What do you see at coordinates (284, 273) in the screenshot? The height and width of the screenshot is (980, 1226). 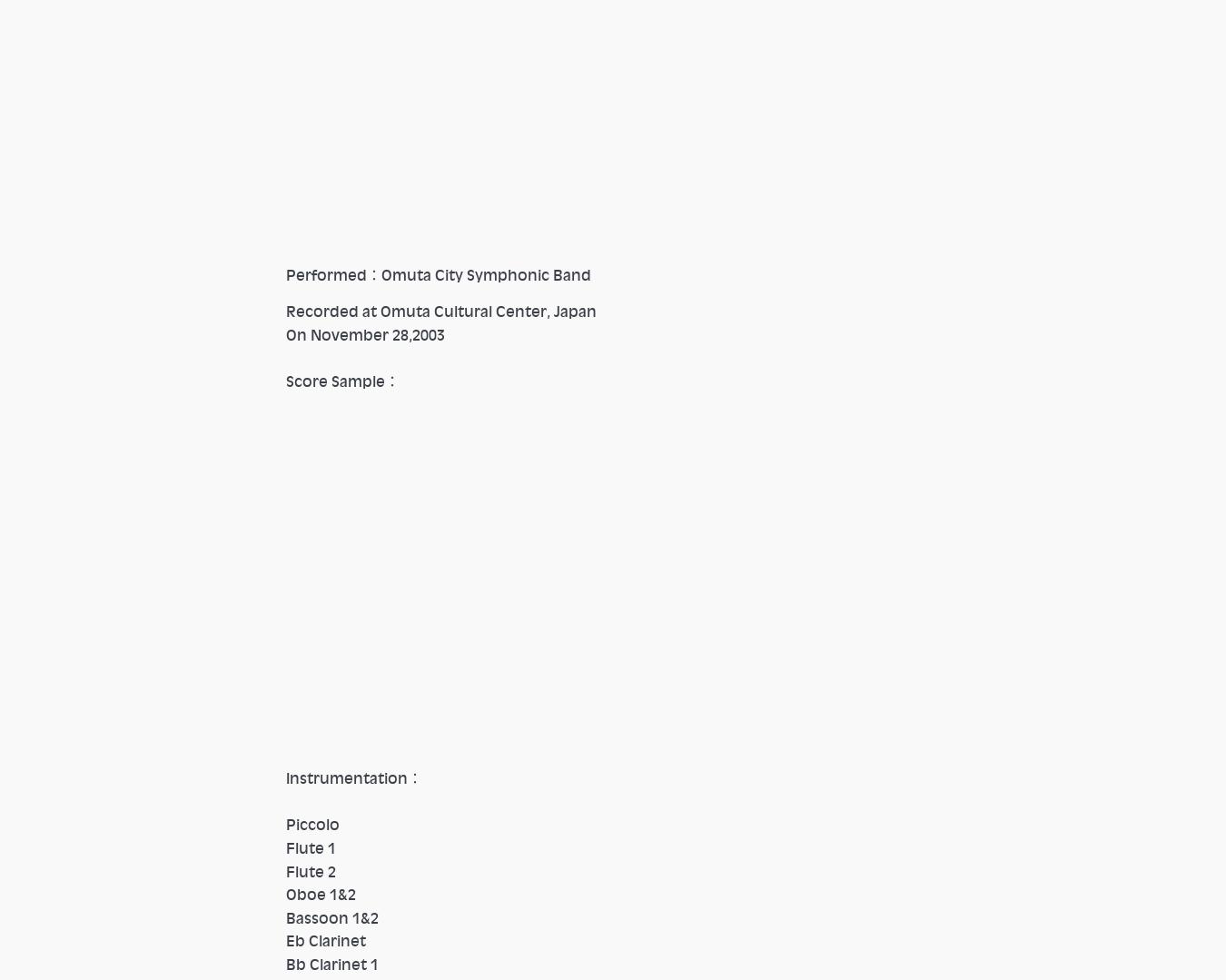 I see `'Performed：Omuta City Symphonic Band'` at bounding box center [284, 273].